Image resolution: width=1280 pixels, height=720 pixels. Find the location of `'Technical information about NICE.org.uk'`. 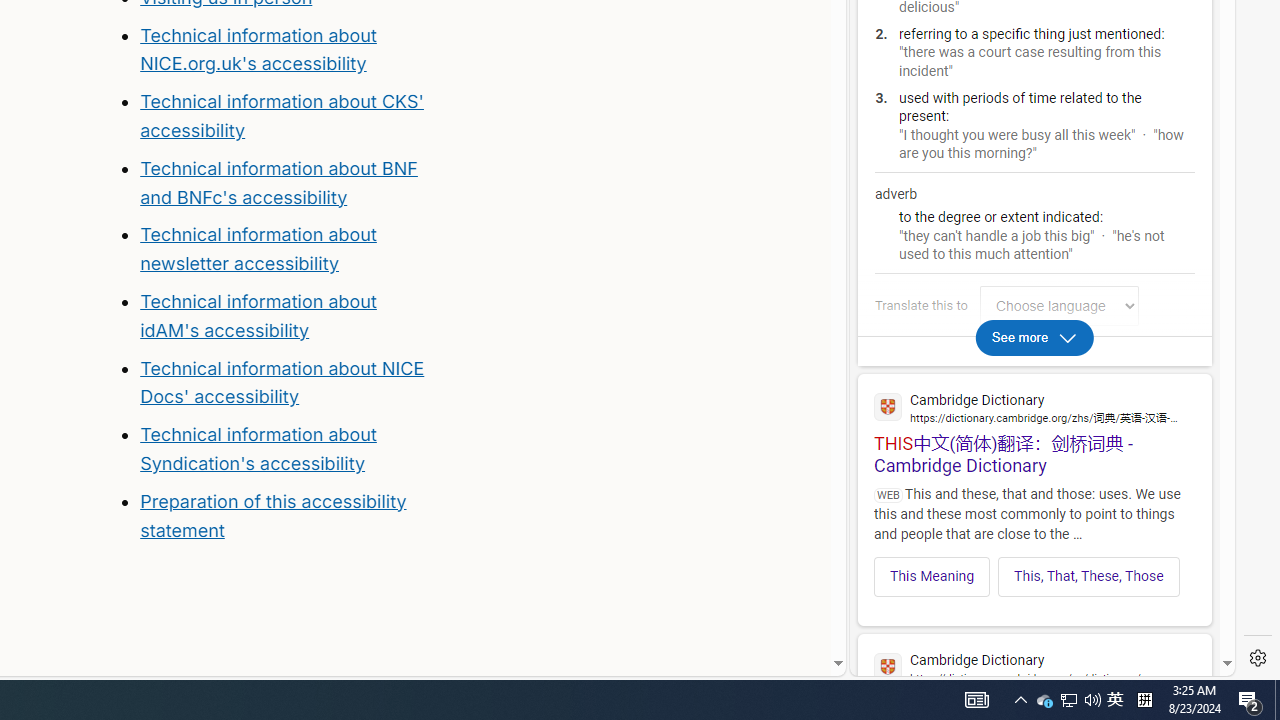

'Technical information about NICE.org.uk' is located at coordinates (257, 48).